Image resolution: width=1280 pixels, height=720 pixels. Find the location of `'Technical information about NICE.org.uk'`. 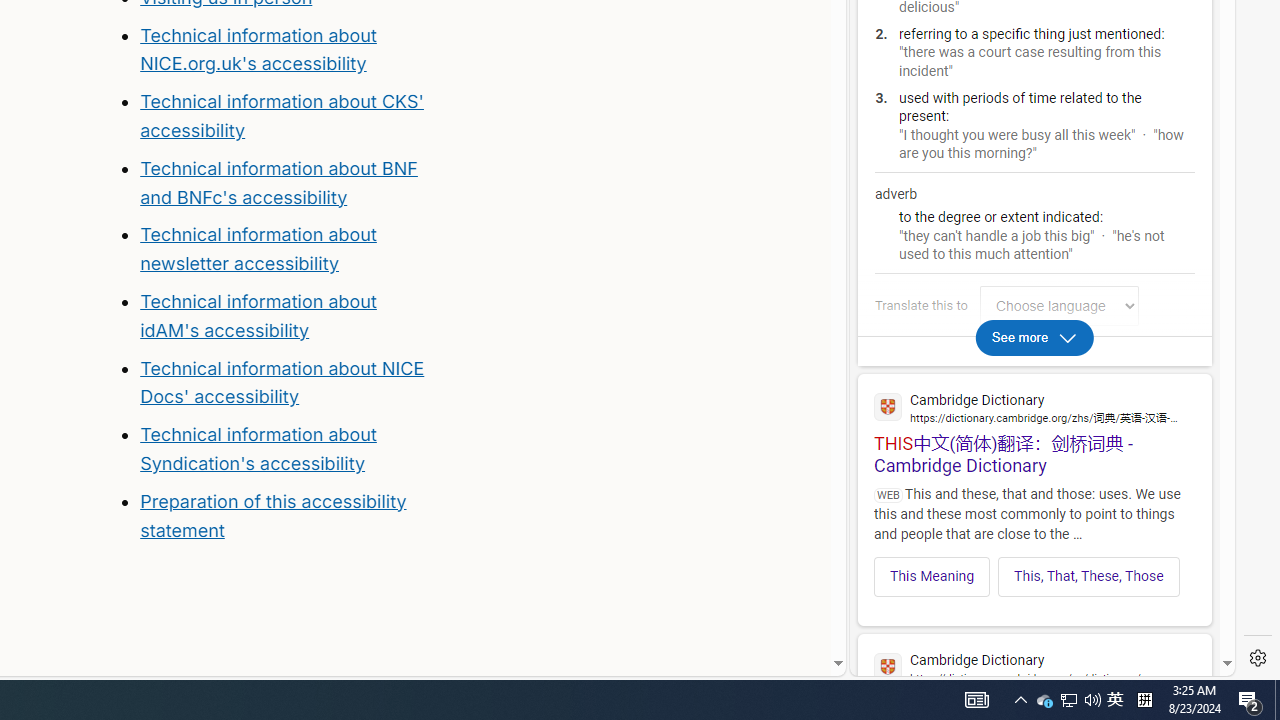

'Technical information about NICE.org.uk' is located at coordinates (257, 48).